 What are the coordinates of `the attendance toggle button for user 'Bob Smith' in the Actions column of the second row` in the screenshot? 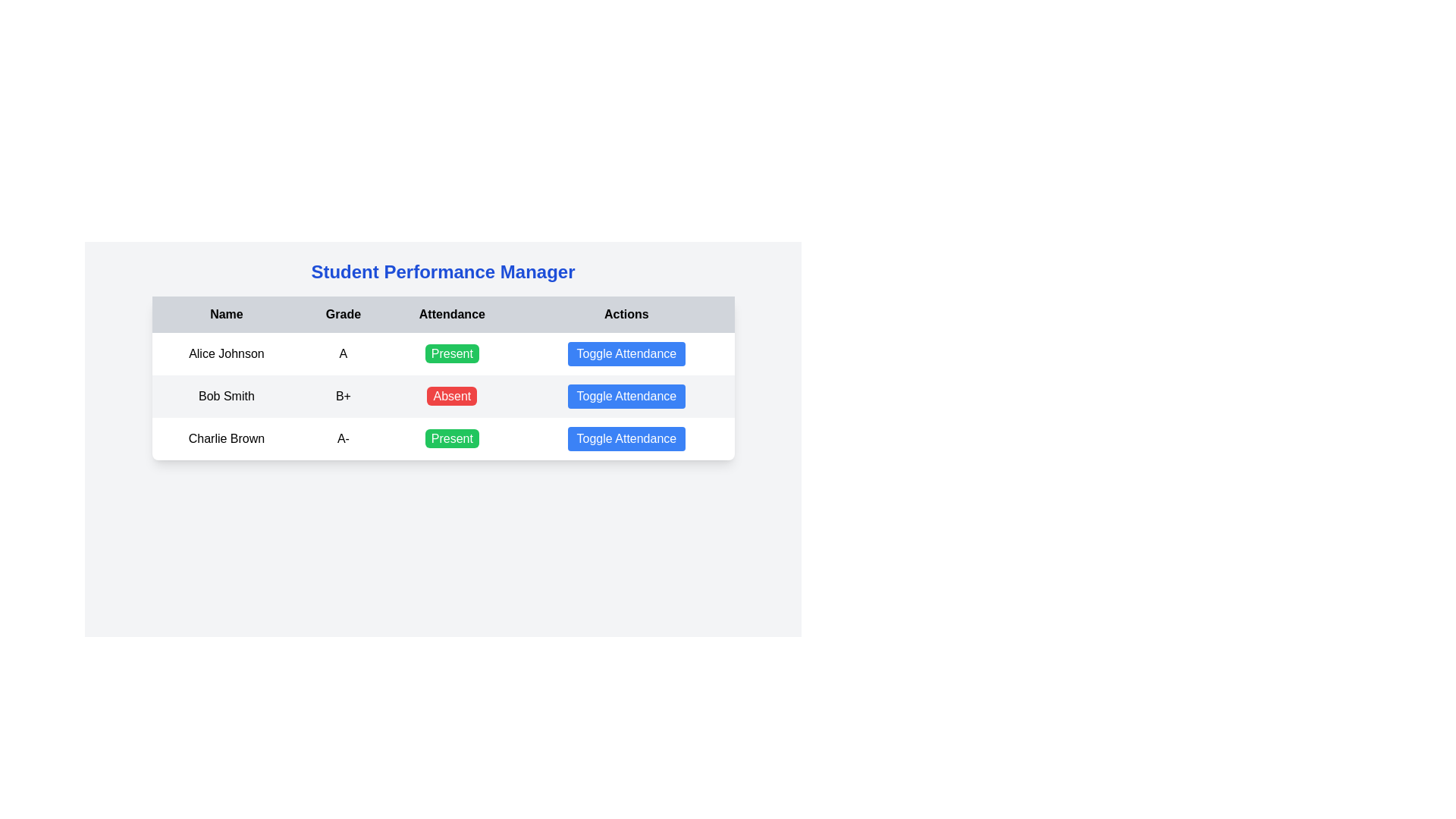 It's located at (626, 396).